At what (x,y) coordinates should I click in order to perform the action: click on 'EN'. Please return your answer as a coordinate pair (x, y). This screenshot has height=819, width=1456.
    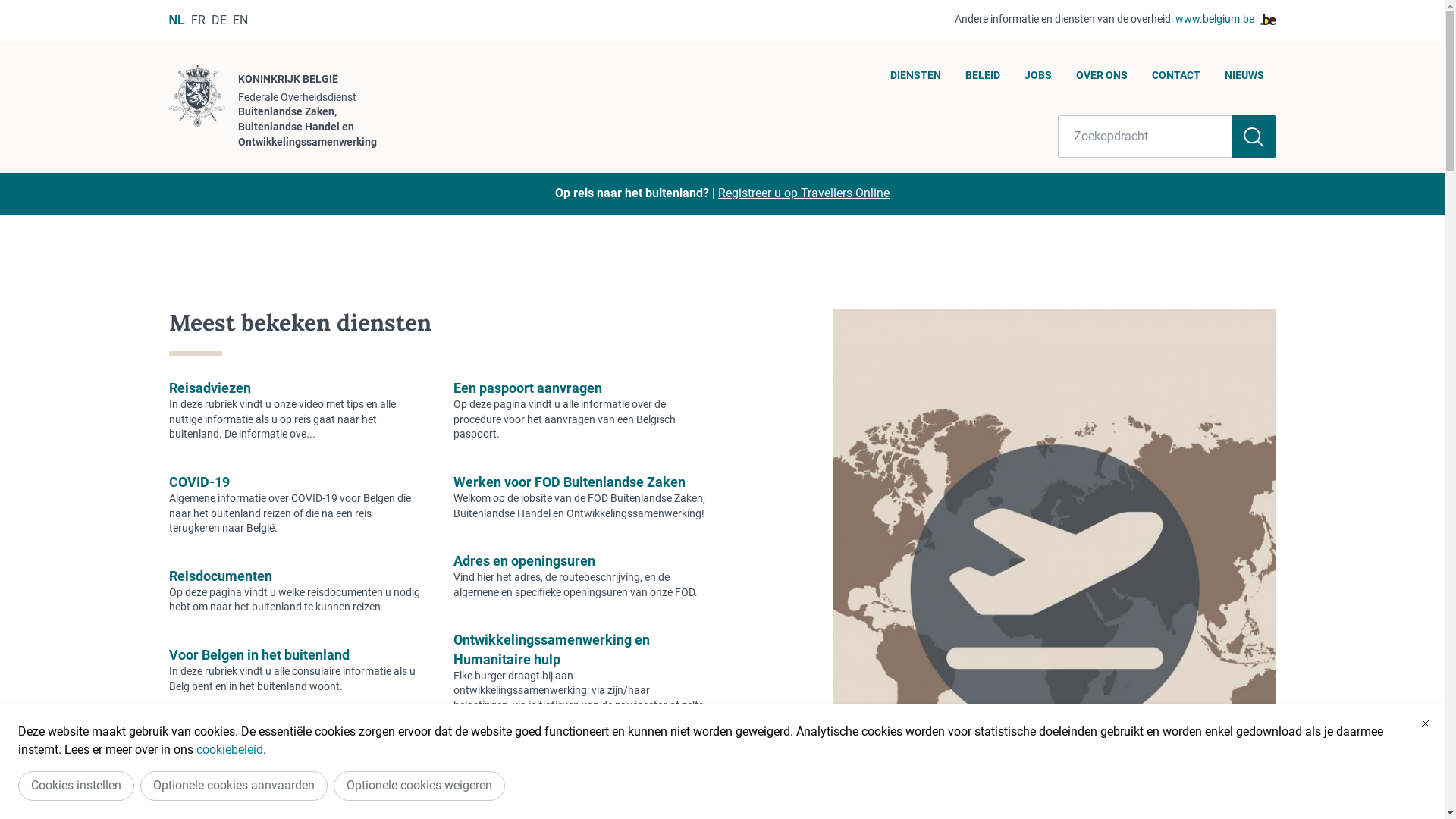
    Looking at the image, I should click on (239, 20).